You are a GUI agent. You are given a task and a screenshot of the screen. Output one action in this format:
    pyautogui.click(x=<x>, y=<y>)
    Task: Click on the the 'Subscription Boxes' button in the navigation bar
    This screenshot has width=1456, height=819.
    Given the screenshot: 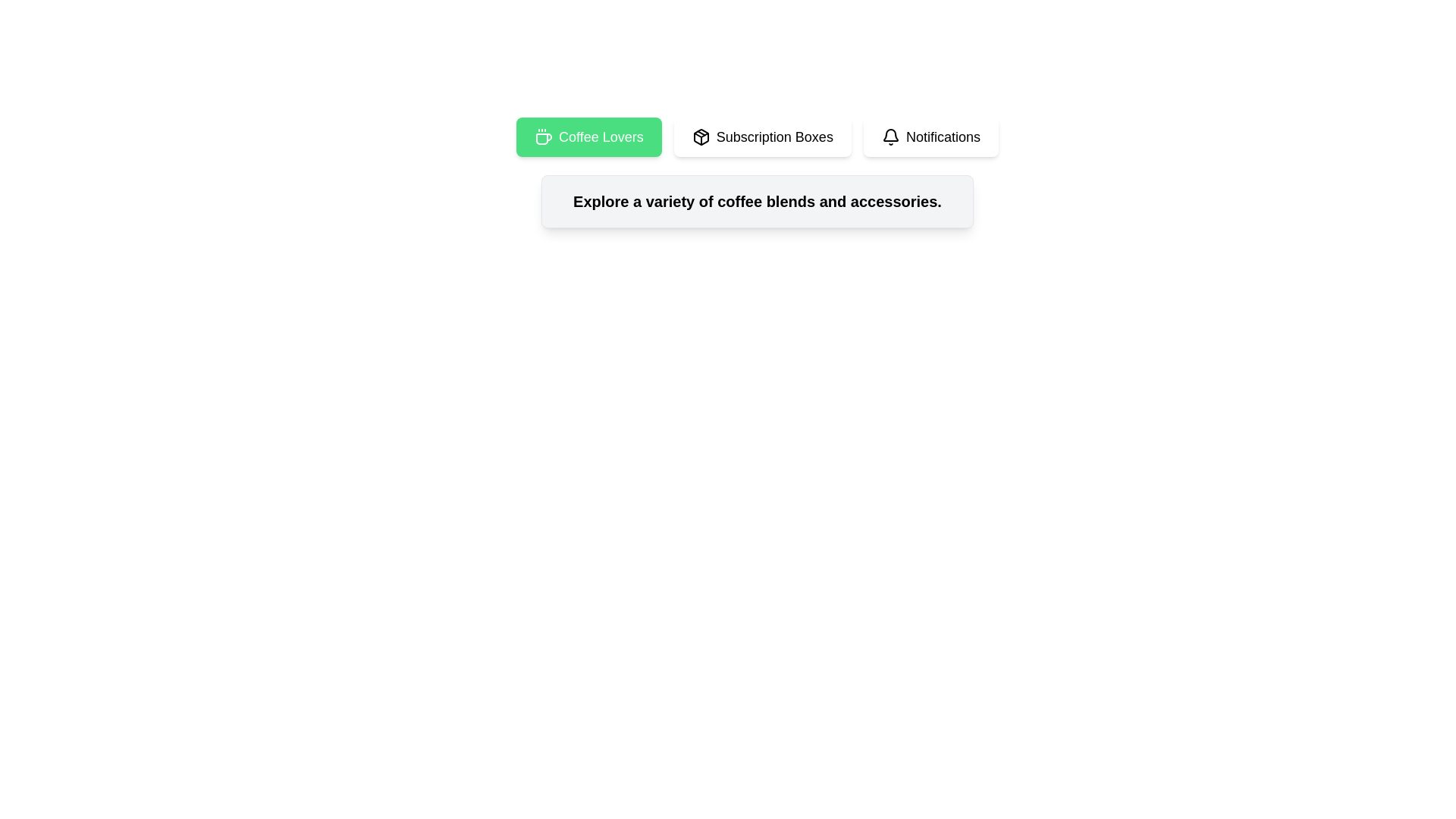 What is the action you would take?
    pyautogui.click(x=757, y=137)
    